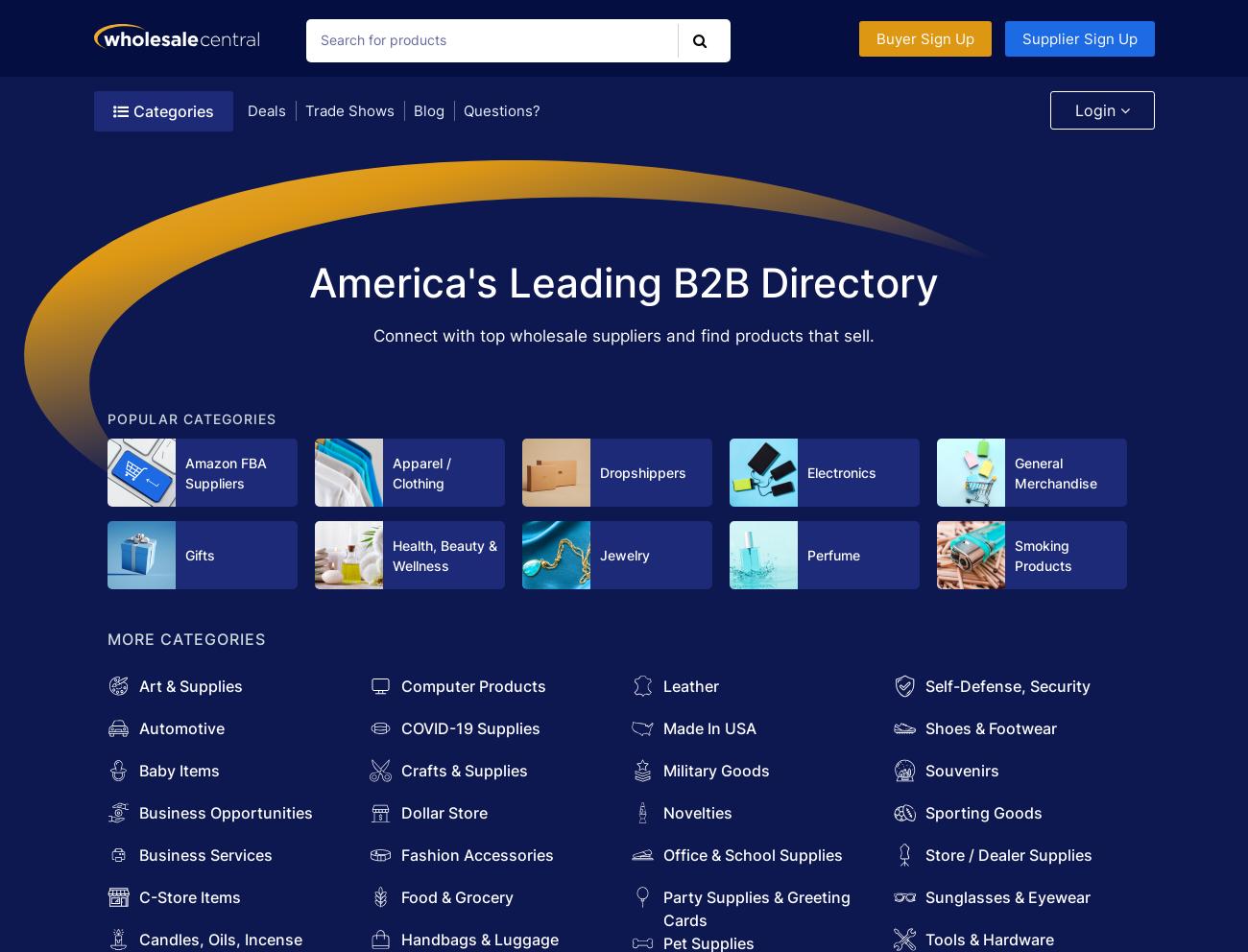  What do you see at coordinates (624, 555) in the screenshot?
I see `'Jewelry'` at bounding box center [624, 555].